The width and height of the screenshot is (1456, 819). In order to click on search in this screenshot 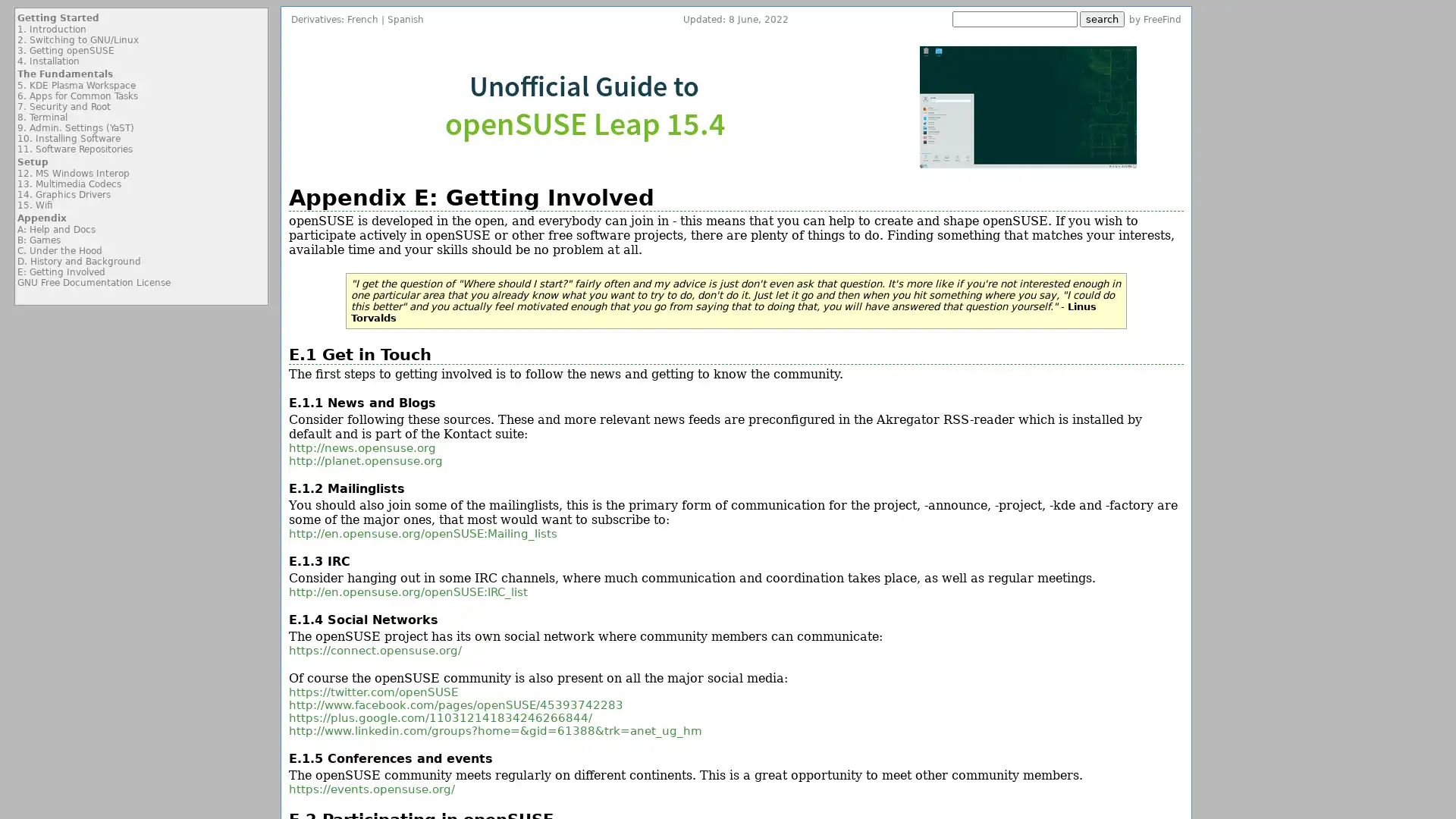, I will do `click(1102, 19)`.